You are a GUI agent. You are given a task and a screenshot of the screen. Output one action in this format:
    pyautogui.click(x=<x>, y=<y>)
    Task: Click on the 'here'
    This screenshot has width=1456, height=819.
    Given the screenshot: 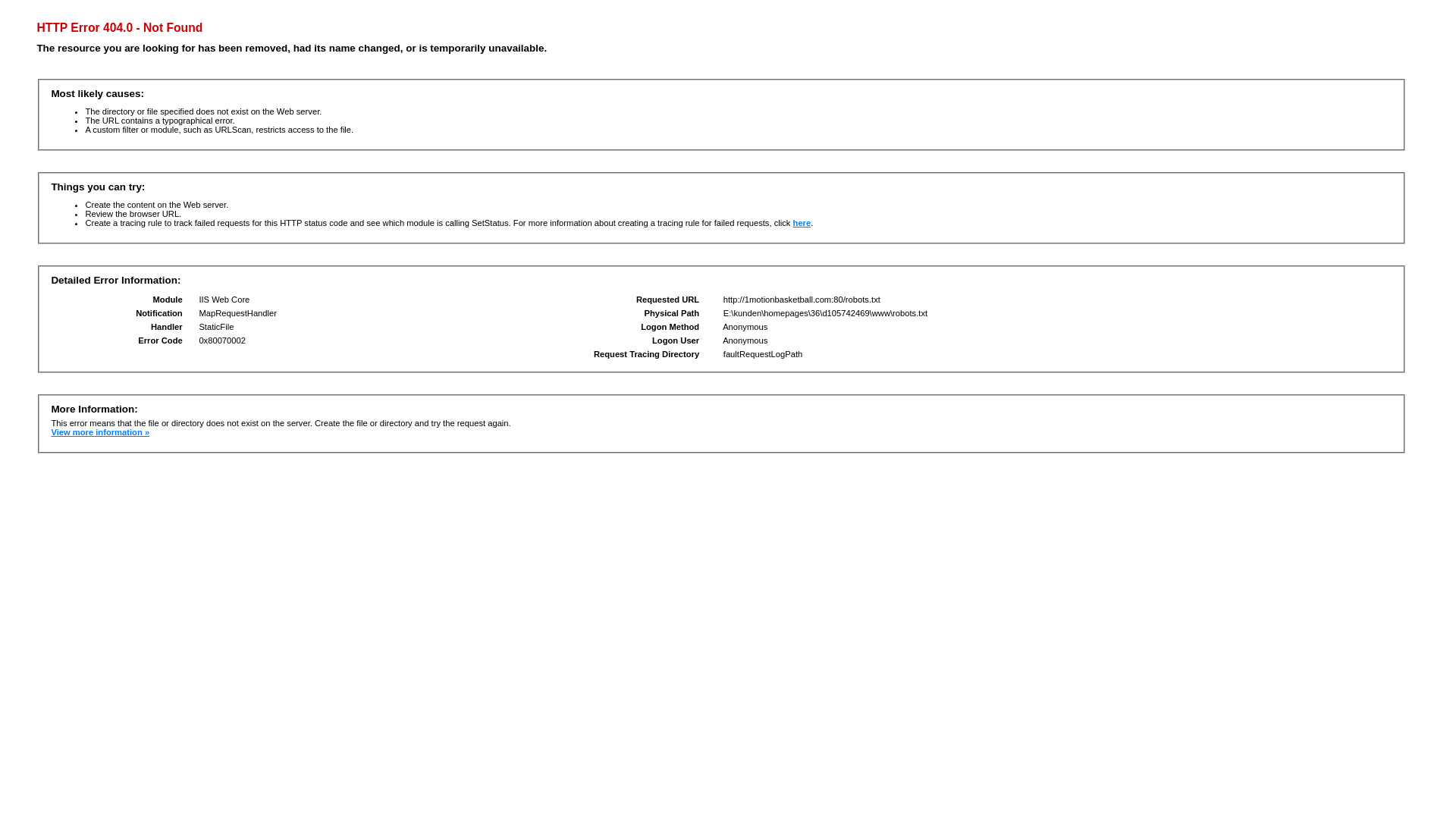 What is the action you would take?
    pyautogui.click(x=801, y=222)
    